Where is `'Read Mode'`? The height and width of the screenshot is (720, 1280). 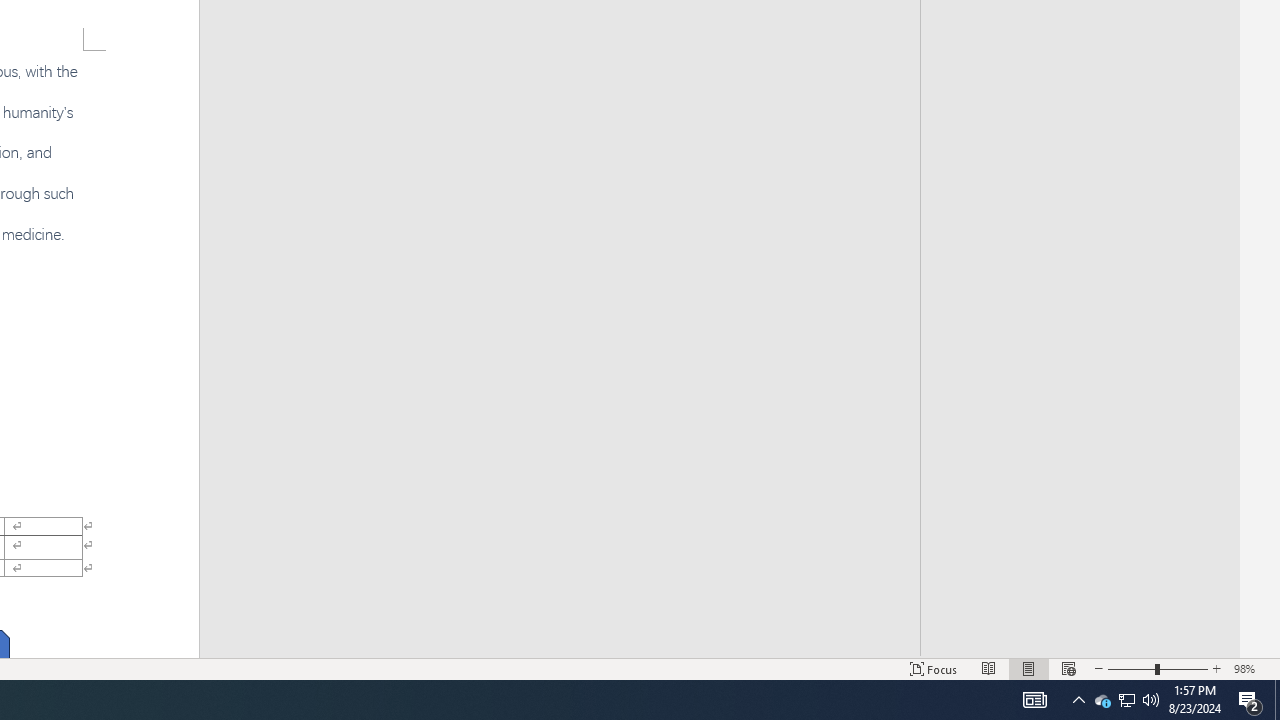 'Read Mode' is located at coordinates (988, 669).